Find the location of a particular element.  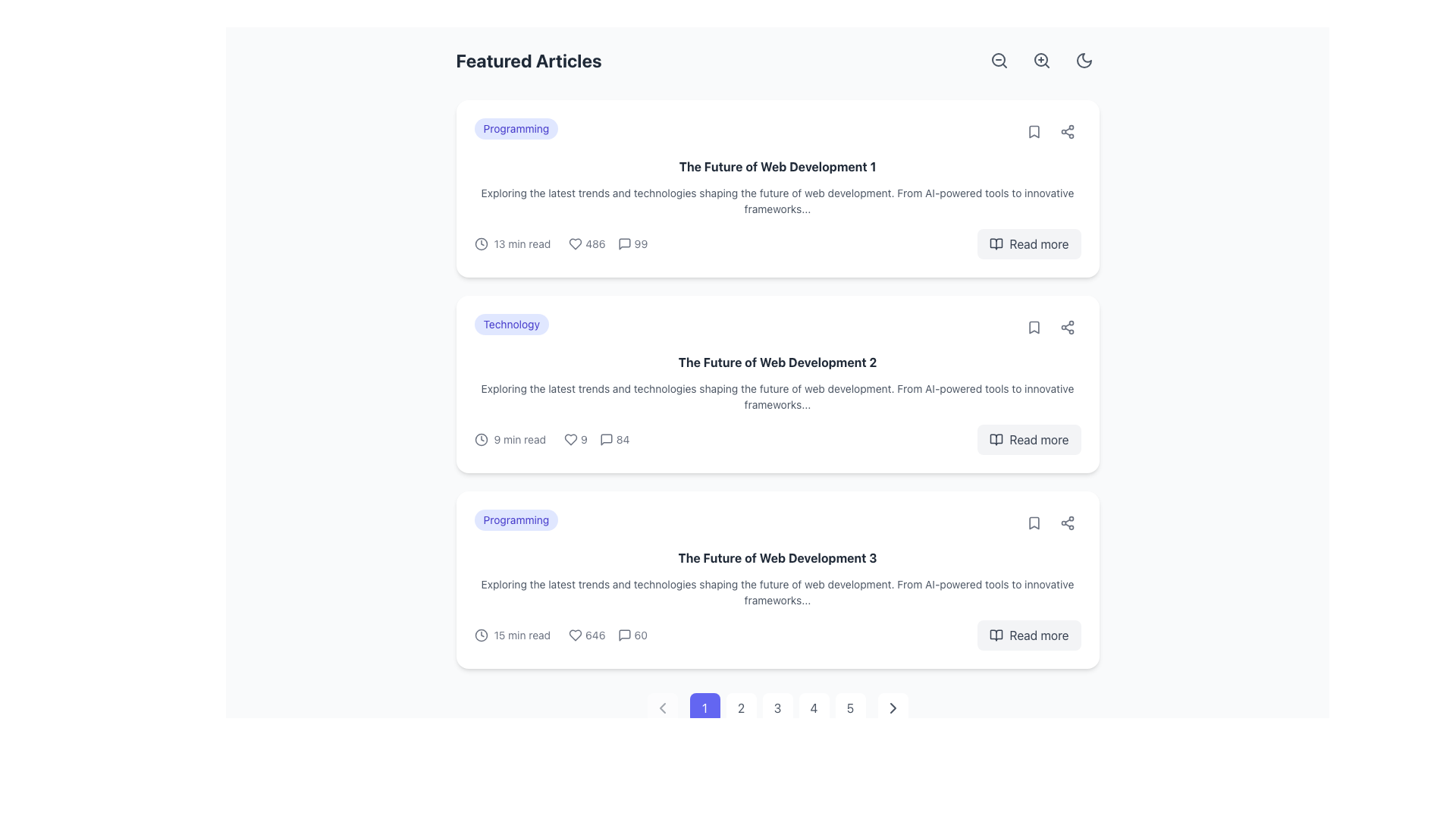

the bold, dark gray text label that reads 'The Future of Web Development 3', which is the main title in the third card of a vertical sequence is located at coordinates (777, 558).